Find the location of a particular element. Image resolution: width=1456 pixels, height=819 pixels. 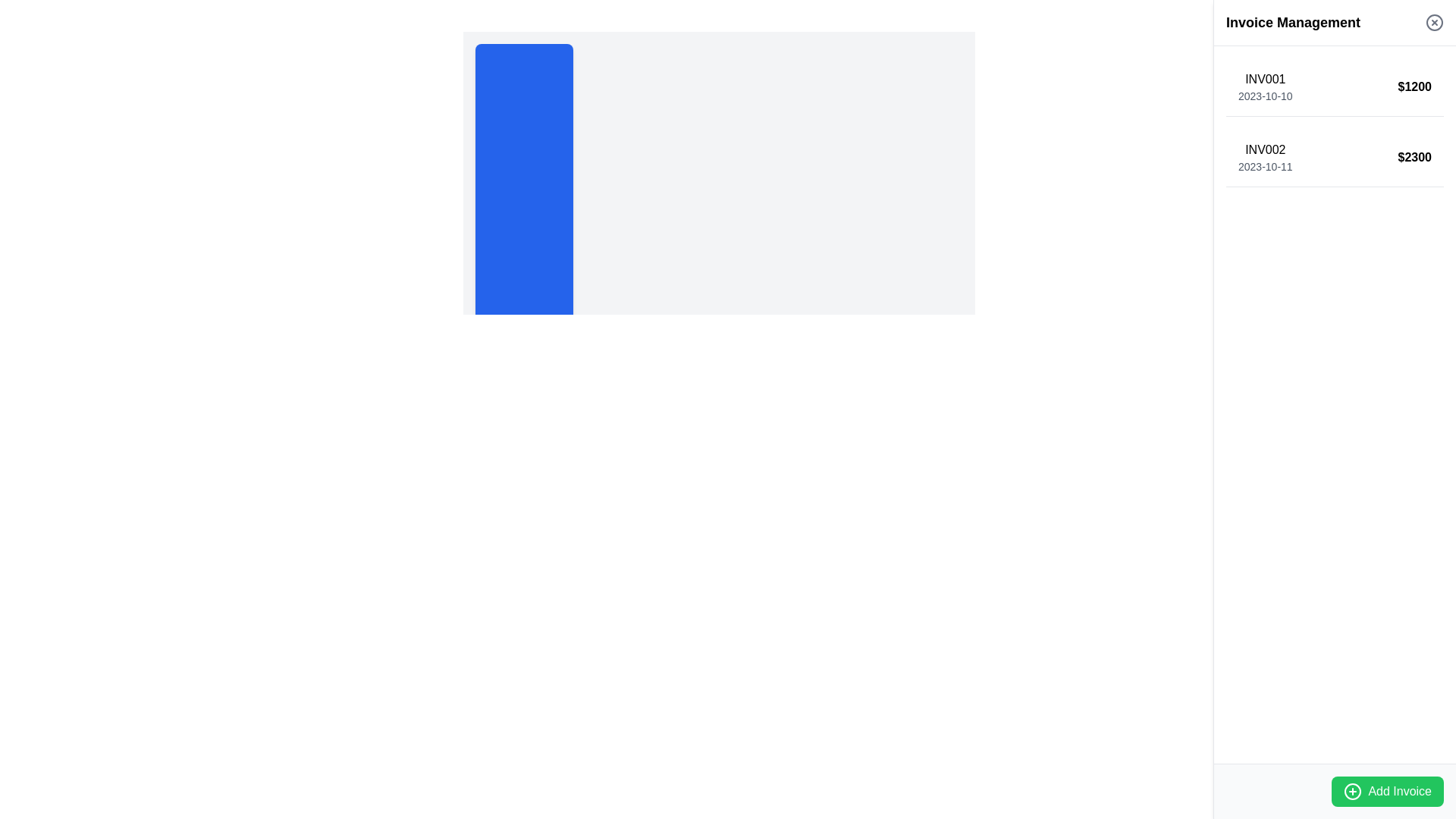

the second row of invoice items in the right sidebar, which displays the invoice number 'INV002', the date '2023-10-11', and the amount '$2300' is located at coordinates (1335, 158).